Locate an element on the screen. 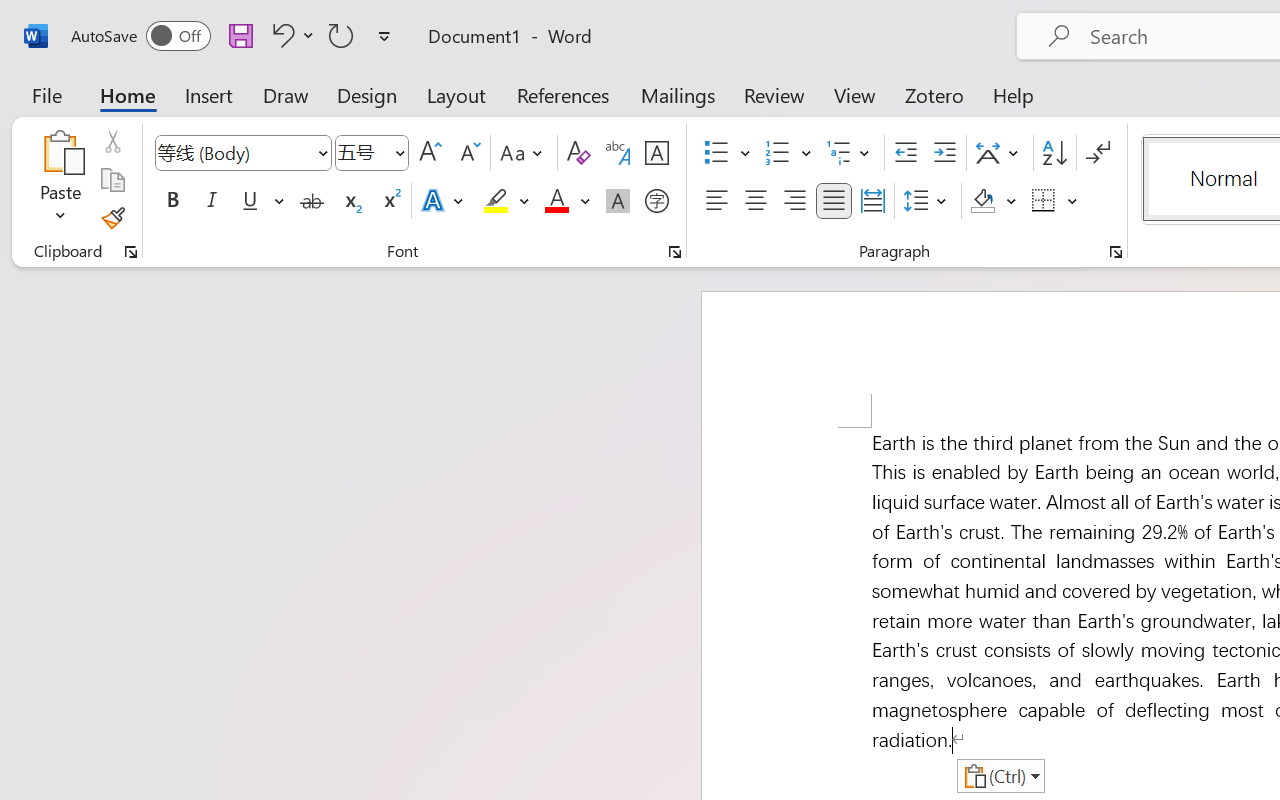 The width and height of the screenshot is (1280, 800). 'Shading RGB(0, 0, 0)' is located at coordinates (983, 201).